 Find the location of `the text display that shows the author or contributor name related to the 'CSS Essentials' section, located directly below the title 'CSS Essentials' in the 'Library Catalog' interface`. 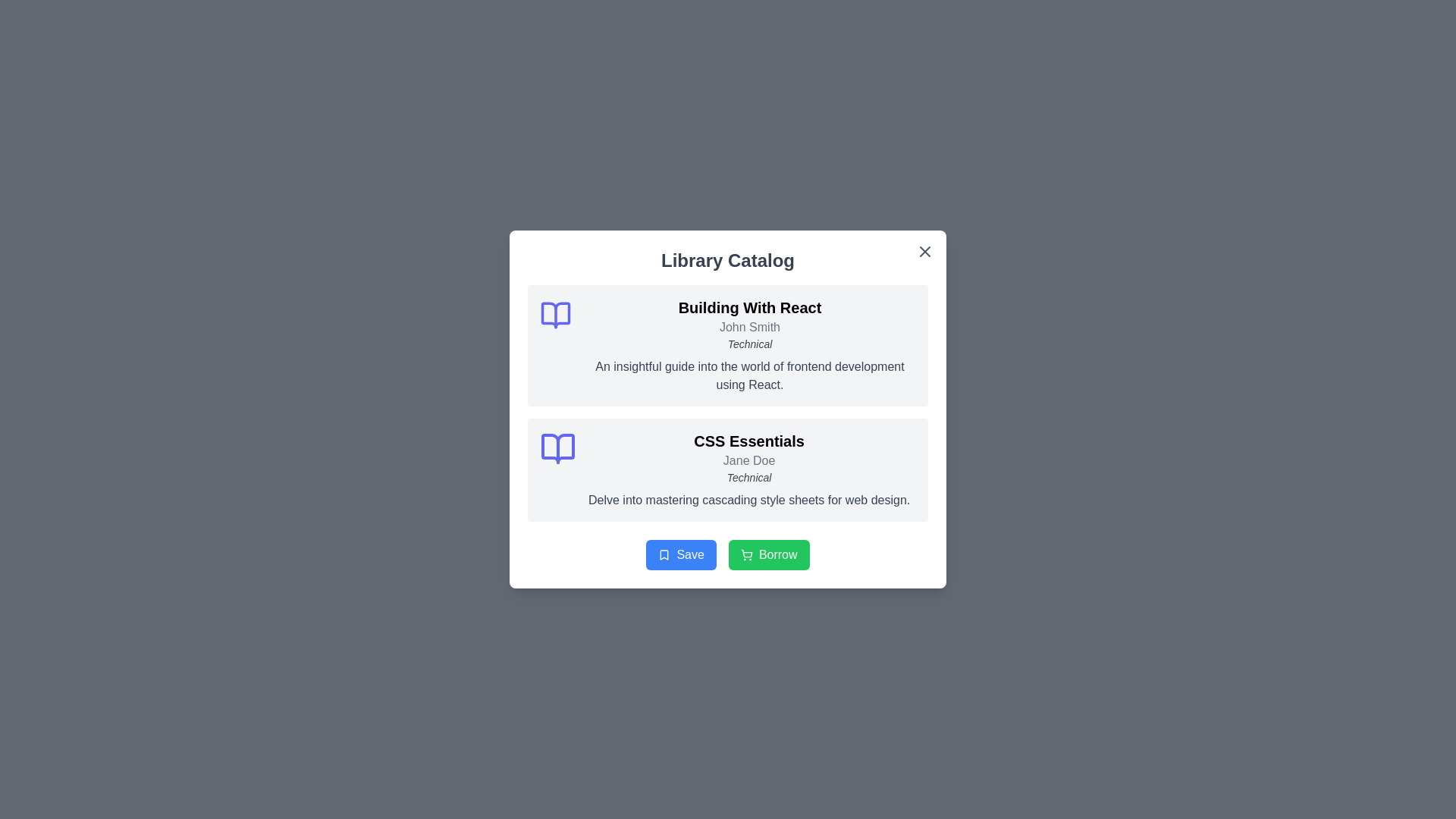

the text display that shows the author or contributor name related to the 'CSS Essentials' section, located directly below the title 'CSS Essentials' in the 'Library Catalog' interface is located at coordinates (749, 460).